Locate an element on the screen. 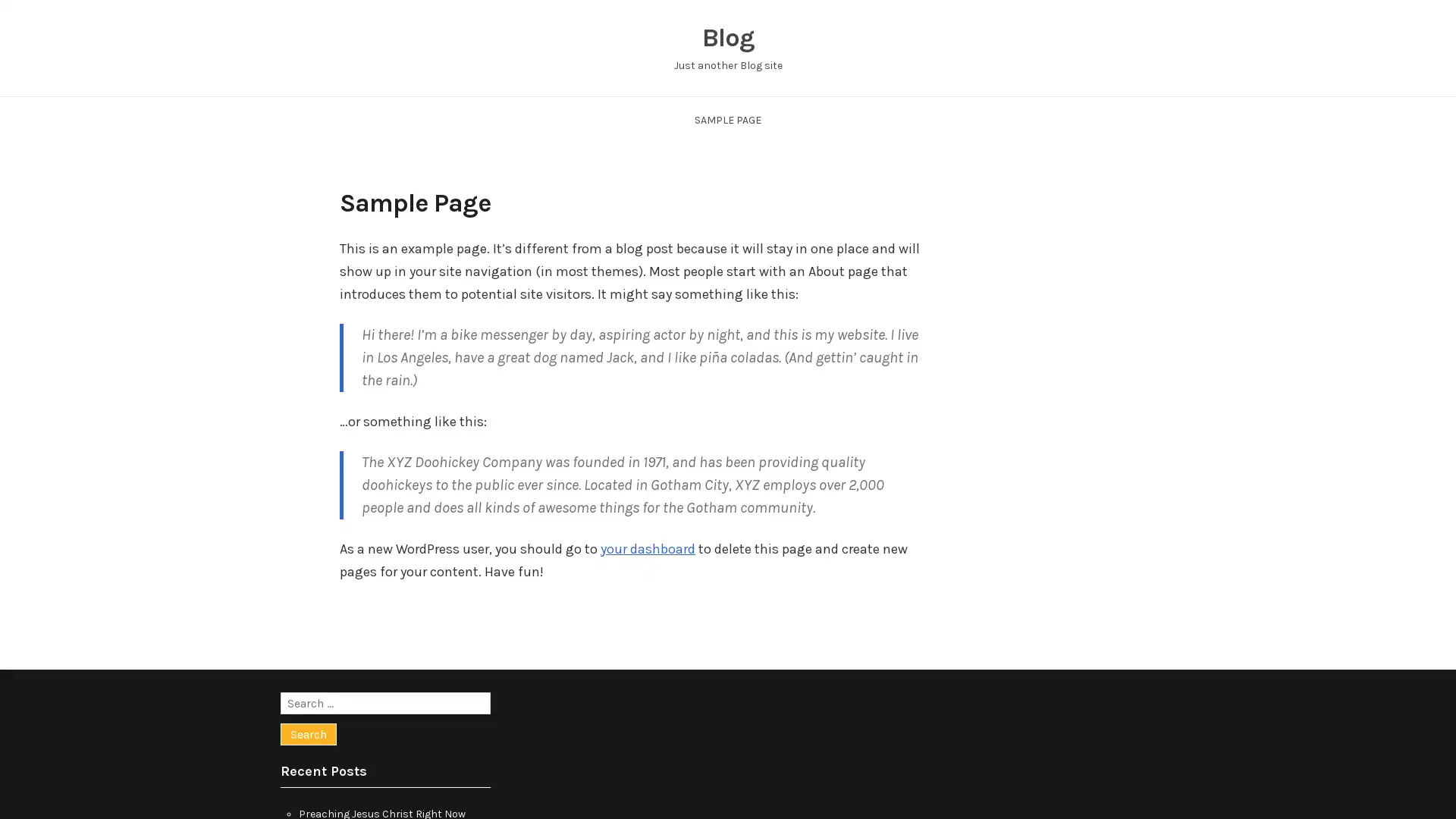 This screenshot has width=1456, height=819. Search is located at coordinates (308, 733).